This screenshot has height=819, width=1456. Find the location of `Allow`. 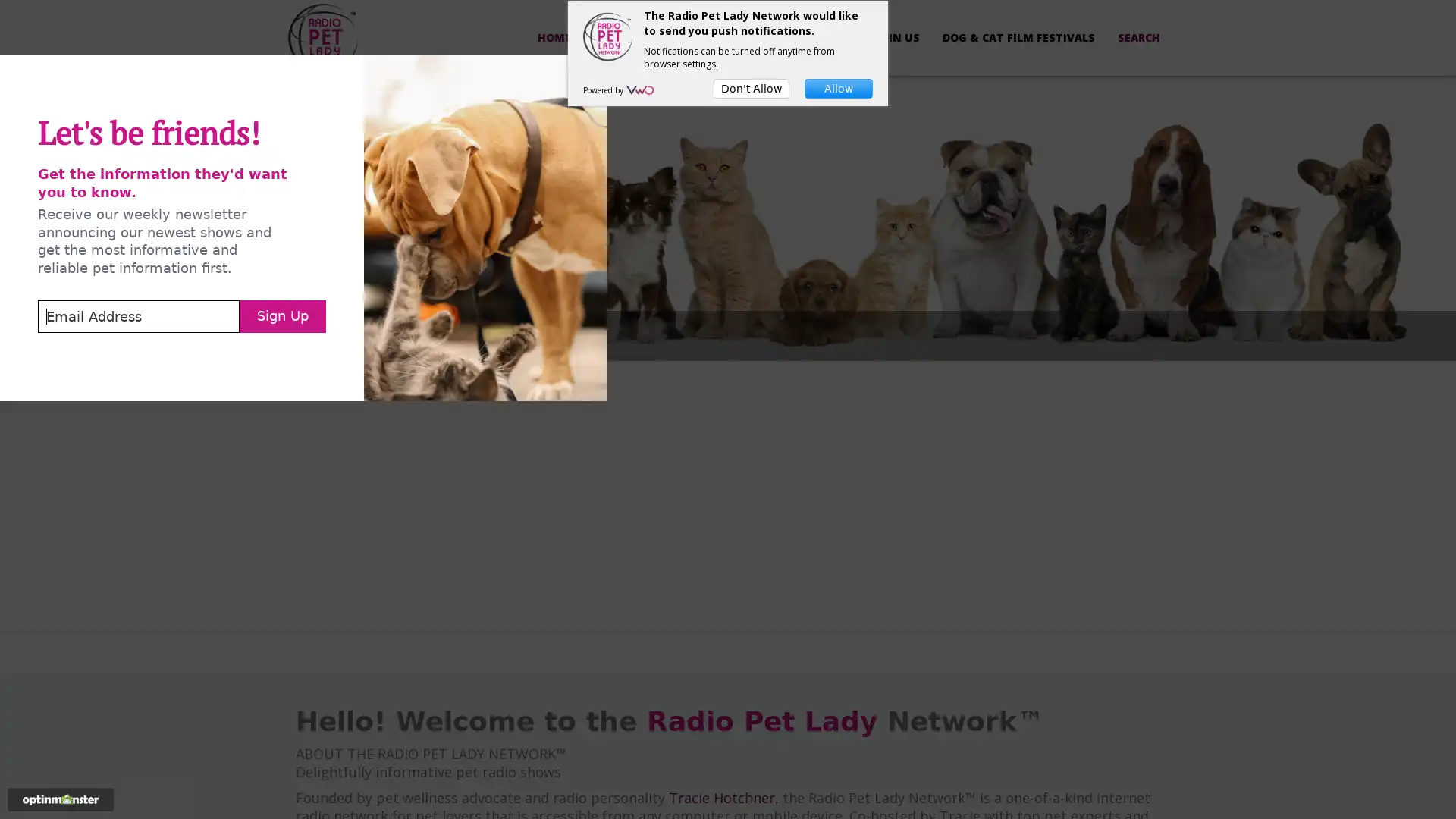

Allow is located at coordinates (837, 87).